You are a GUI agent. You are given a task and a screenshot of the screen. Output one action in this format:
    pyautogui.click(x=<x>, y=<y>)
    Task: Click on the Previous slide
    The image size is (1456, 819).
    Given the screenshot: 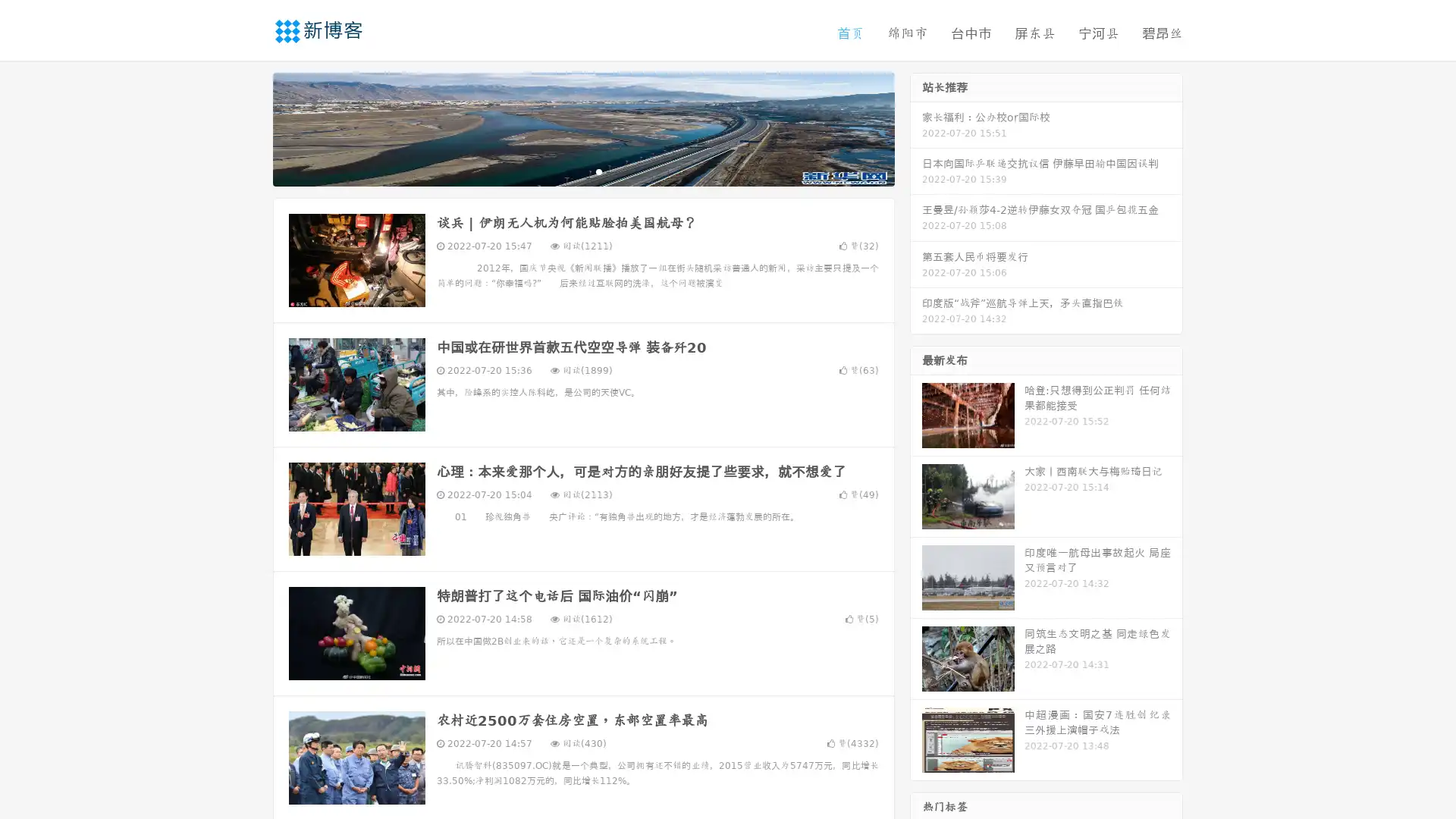 What is the action you would take?
    pyautogui.click(x=250, y=127)
    